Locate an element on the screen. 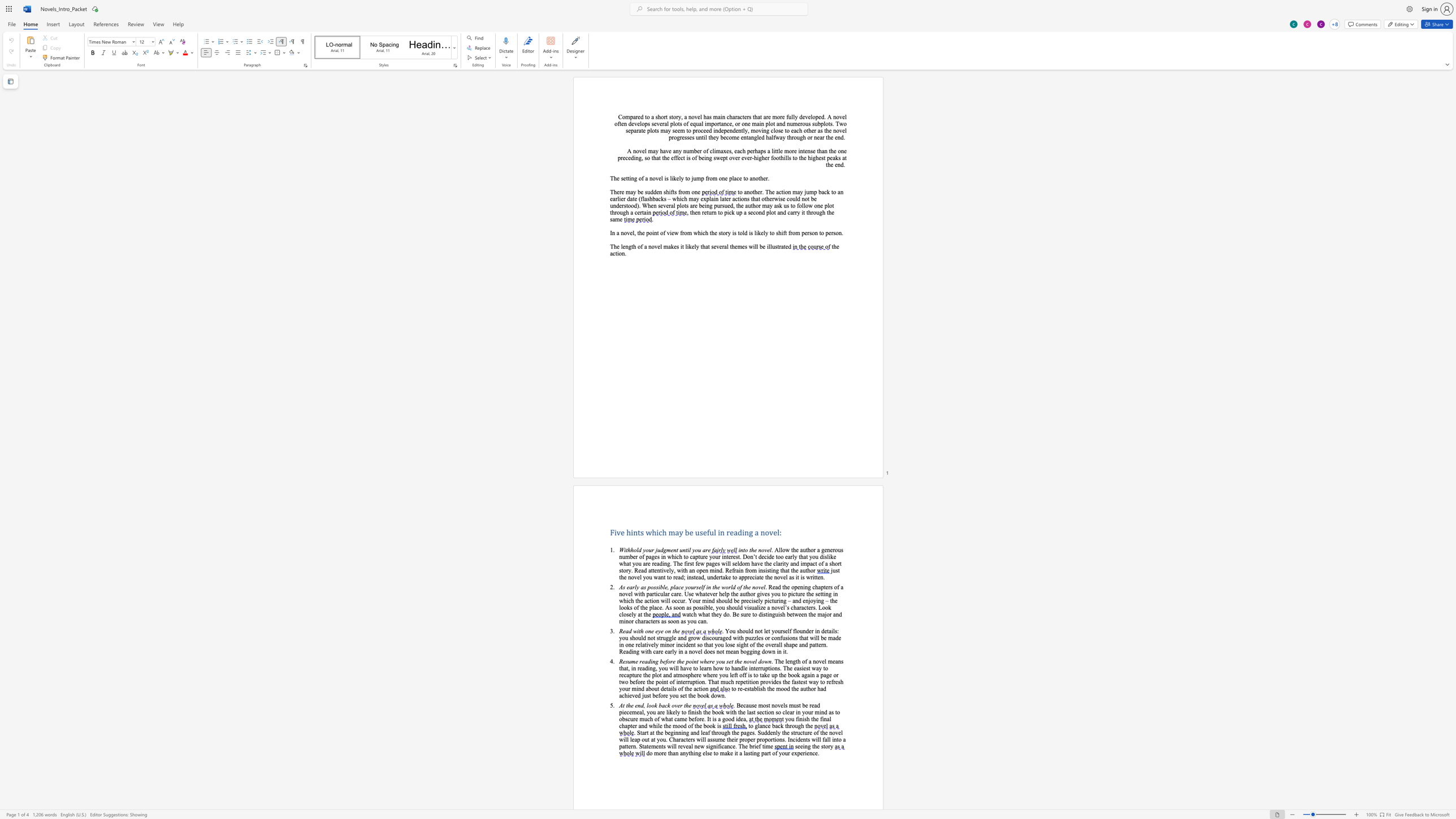 The image size is (1456, 819). the space between the continuous character "l" and "l" in the text is located at coordinates (780, 549).